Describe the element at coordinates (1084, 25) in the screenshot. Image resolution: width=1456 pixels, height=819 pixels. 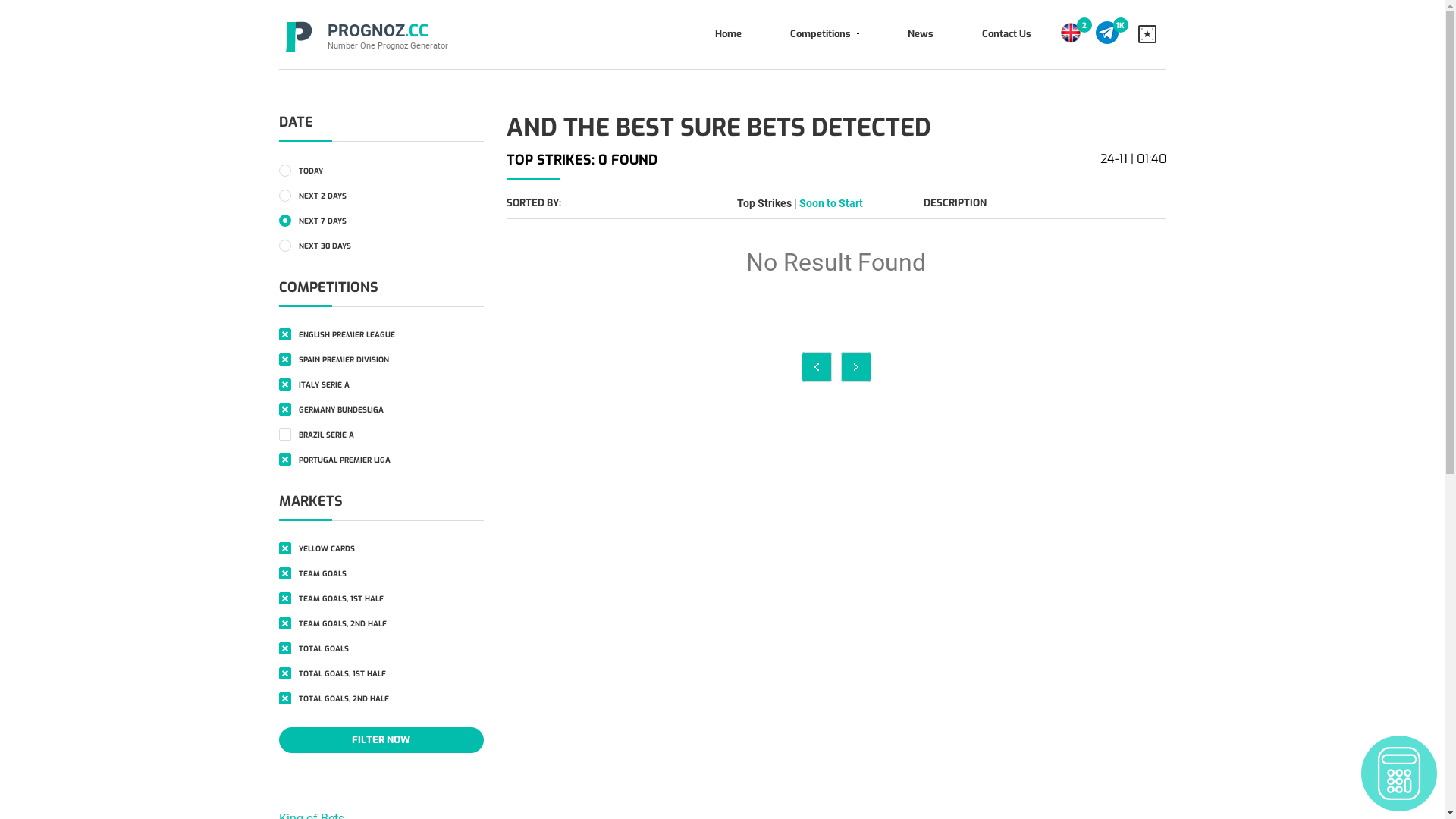
I see `'2'` at that location.